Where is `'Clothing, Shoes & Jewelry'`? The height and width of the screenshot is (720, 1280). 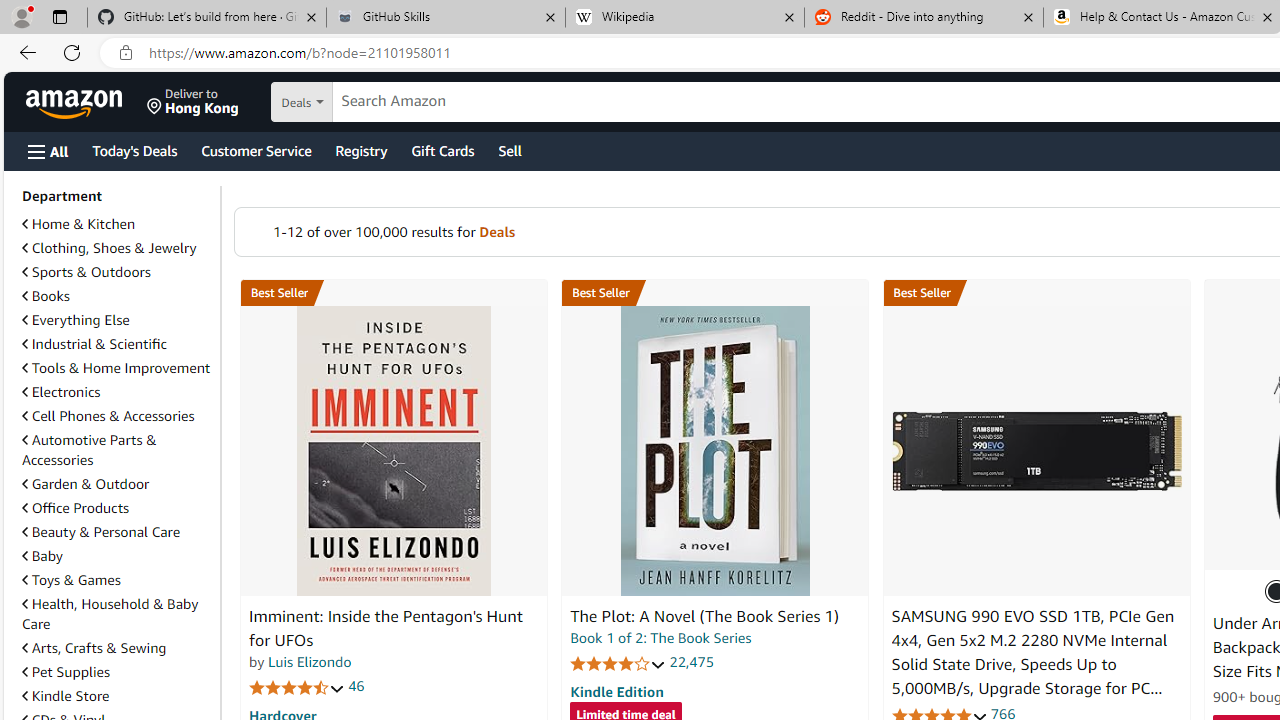
'Clothing, Shoes & Jewelry' is located at coordinates (108, 247).